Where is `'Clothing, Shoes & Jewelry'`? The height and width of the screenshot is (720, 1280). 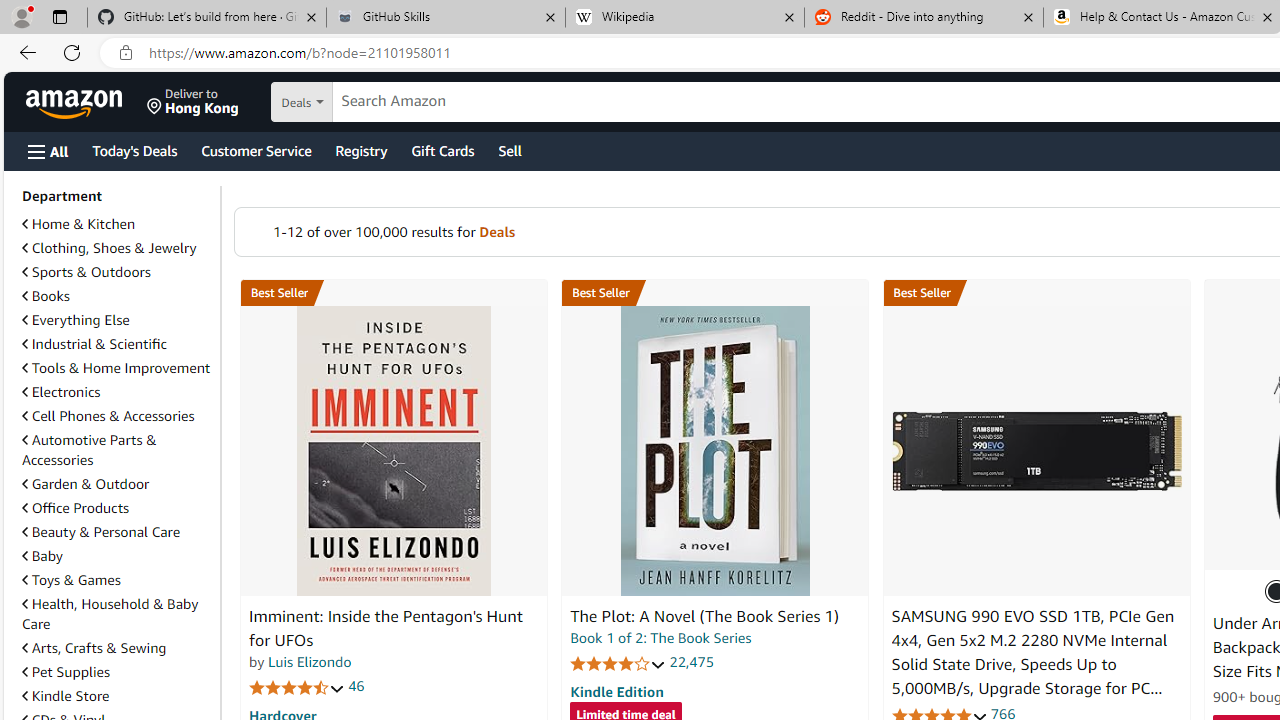
'Clothing, Shoes & Jewelry' is located at coordinates (108, 247).